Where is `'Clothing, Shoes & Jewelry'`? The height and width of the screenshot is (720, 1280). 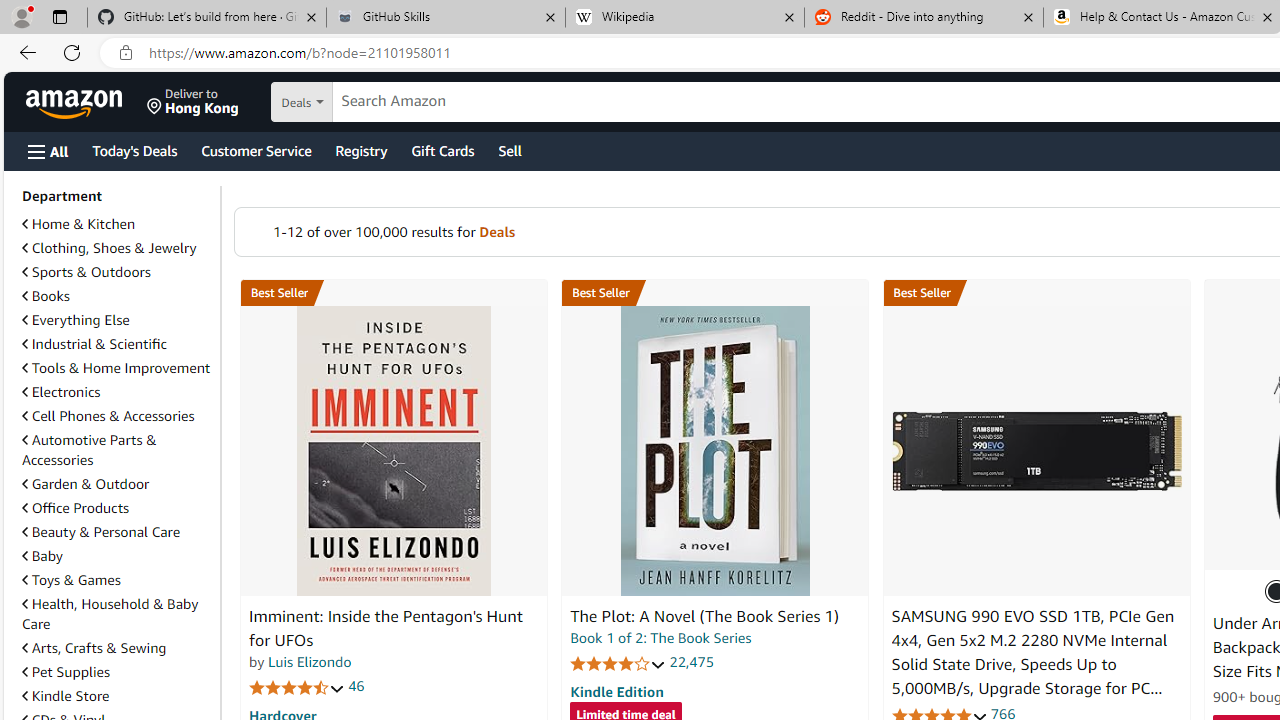
'Clothing, Shoes & Jewelry' is located at coordinates (108, 247).